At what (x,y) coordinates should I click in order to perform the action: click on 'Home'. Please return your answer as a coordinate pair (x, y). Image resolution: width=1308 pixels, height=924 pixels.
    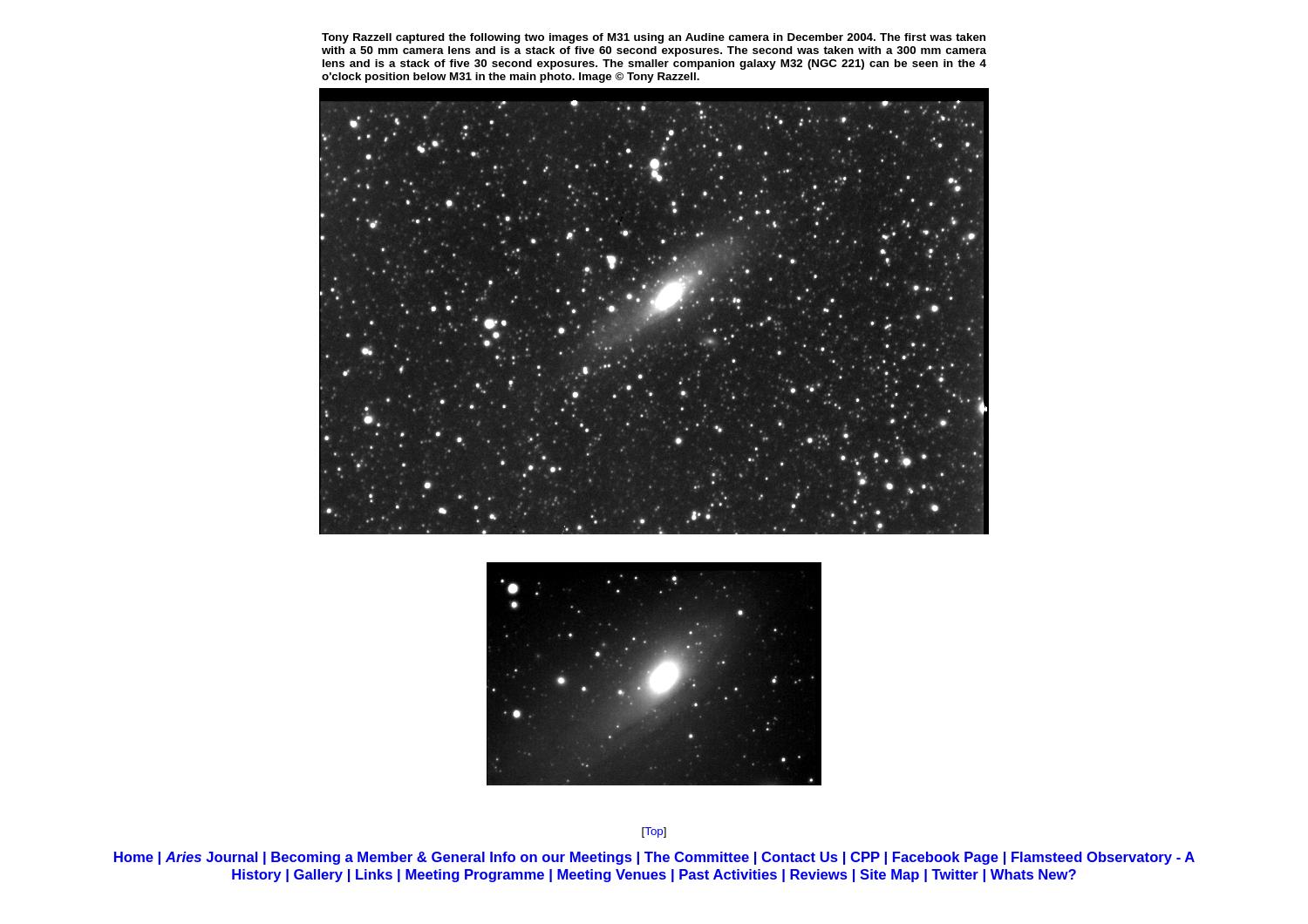
    Looking at the image, I should click on (132, 856).